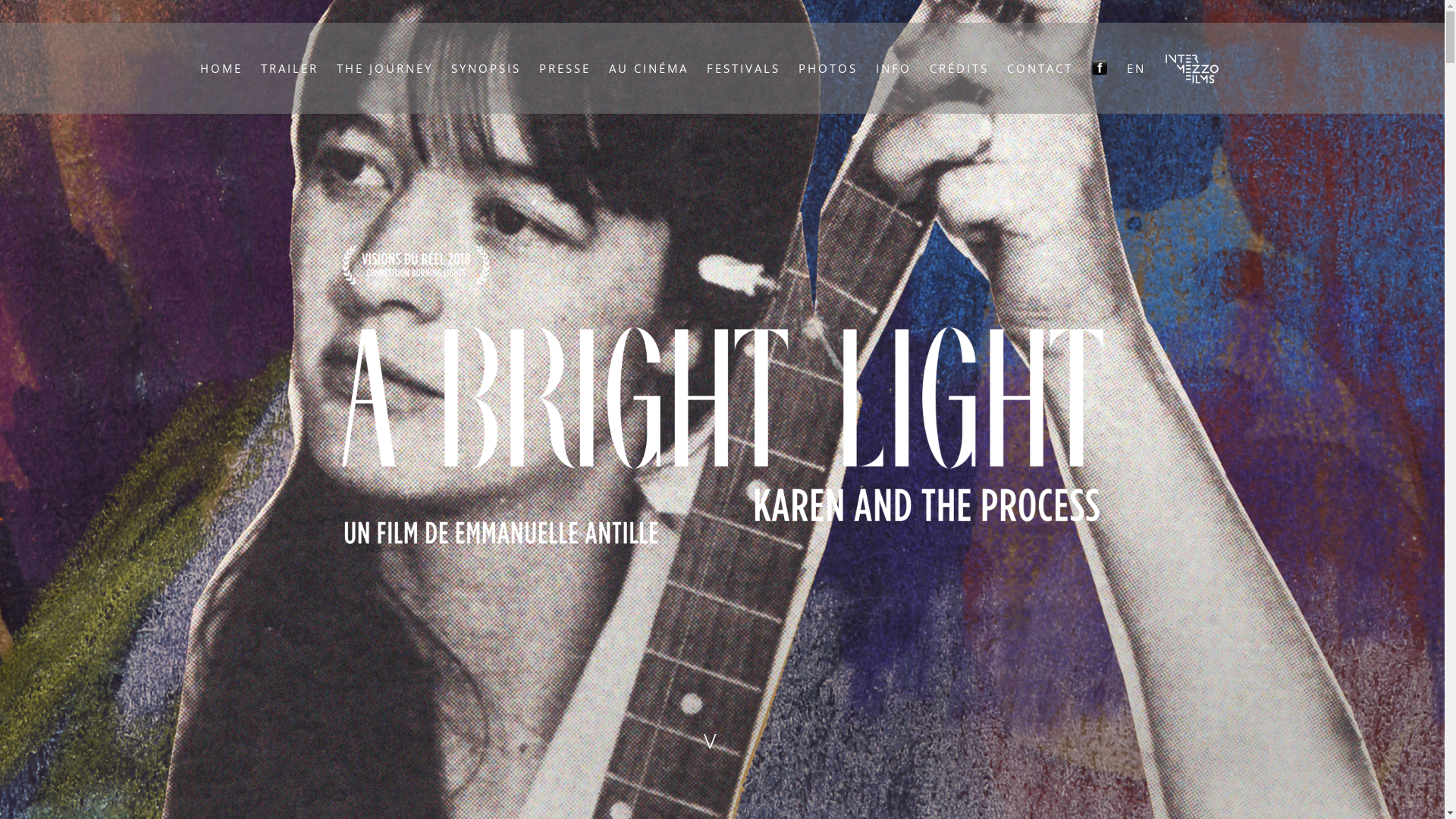  Describe the element at coordinates (563, 67) in the screenshot. I see `'PRESSE'` at that location.